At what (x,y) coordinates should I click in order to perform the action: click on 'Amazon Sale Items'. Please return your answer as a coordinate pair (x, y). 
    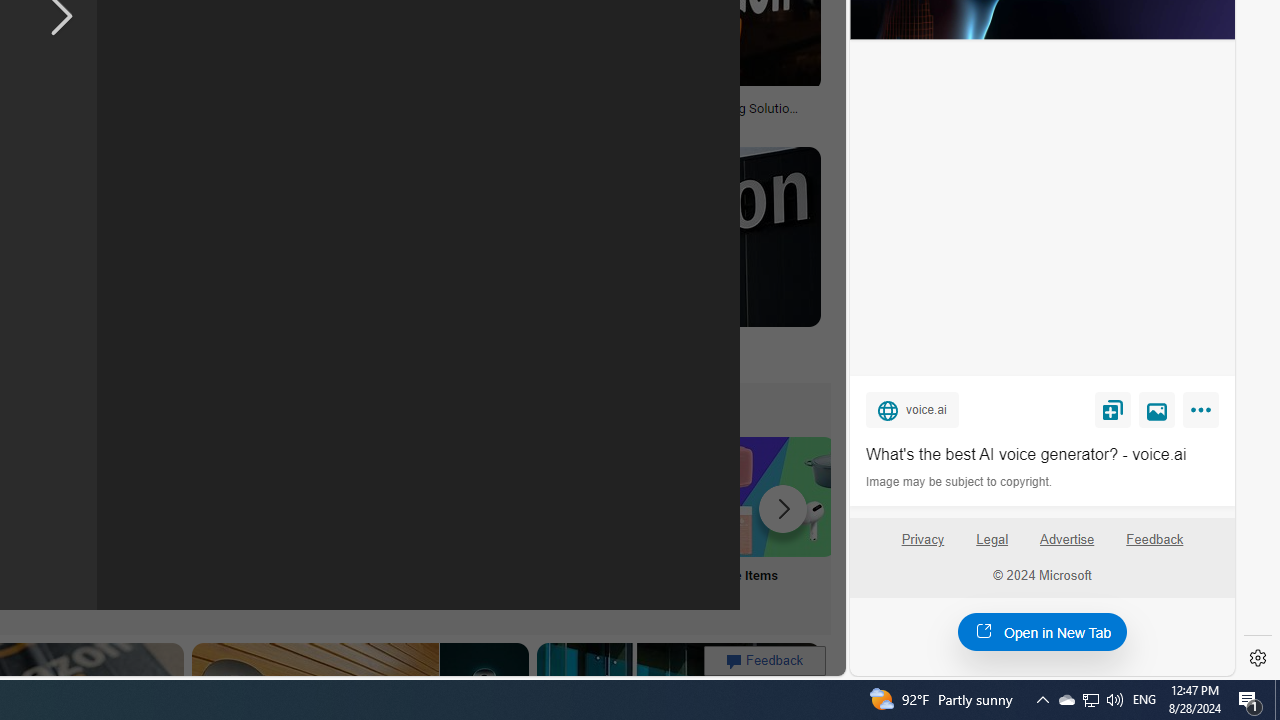
    Looking at the image, I should click on (774, 495).